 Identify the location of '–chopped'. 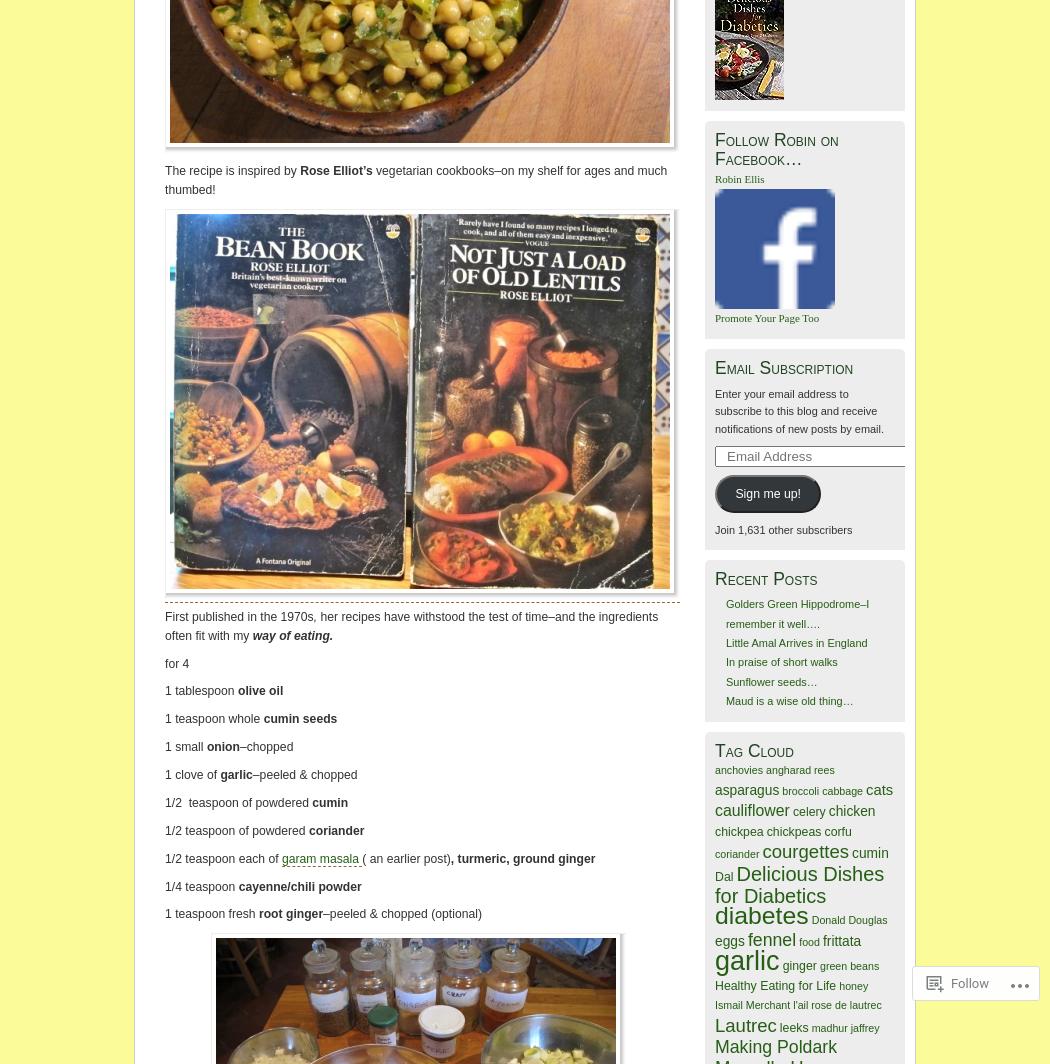
(264, 745).